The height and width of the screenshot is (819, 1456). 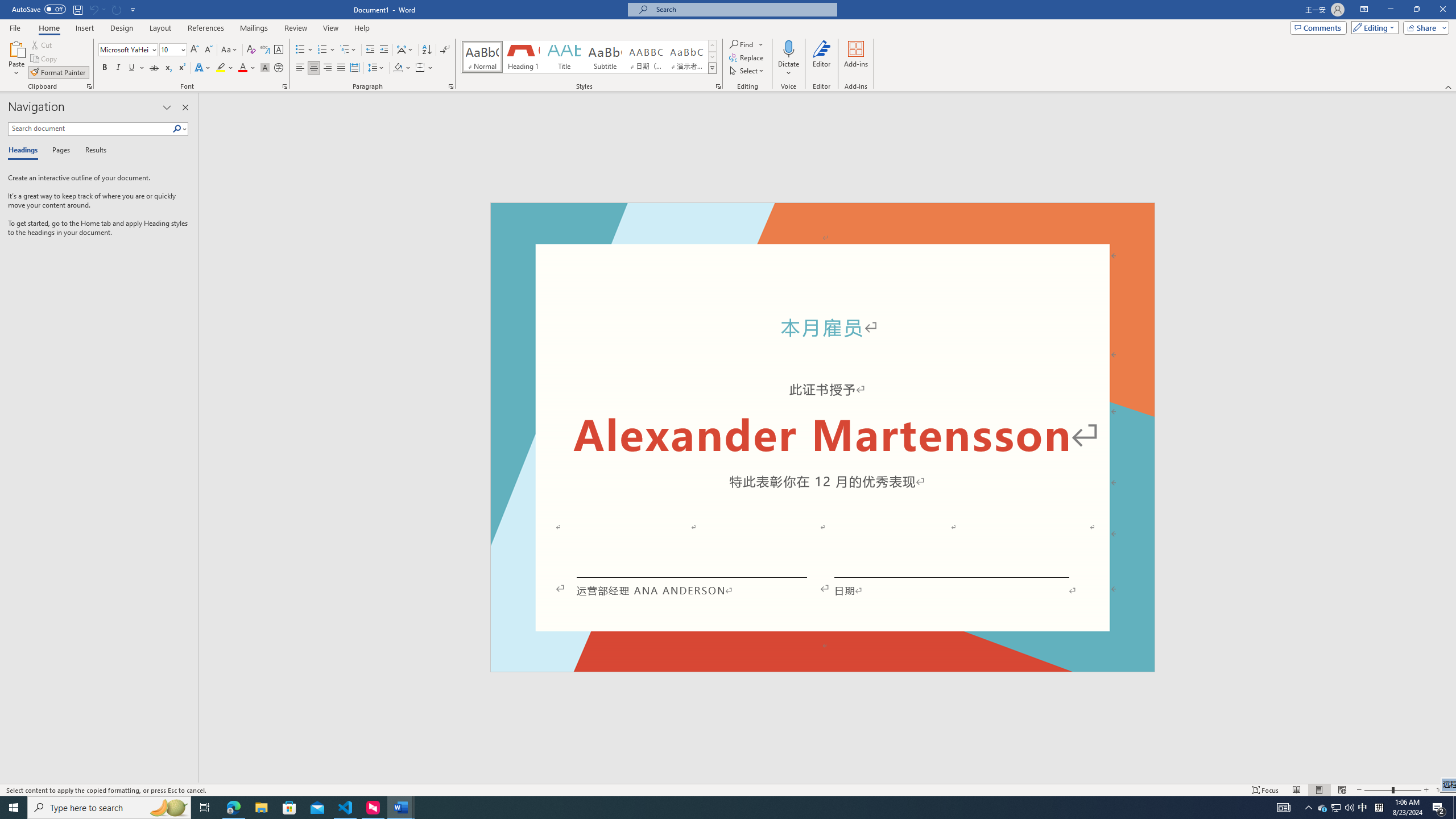 I want to click on 'Shading', so click(x=402, y=67).